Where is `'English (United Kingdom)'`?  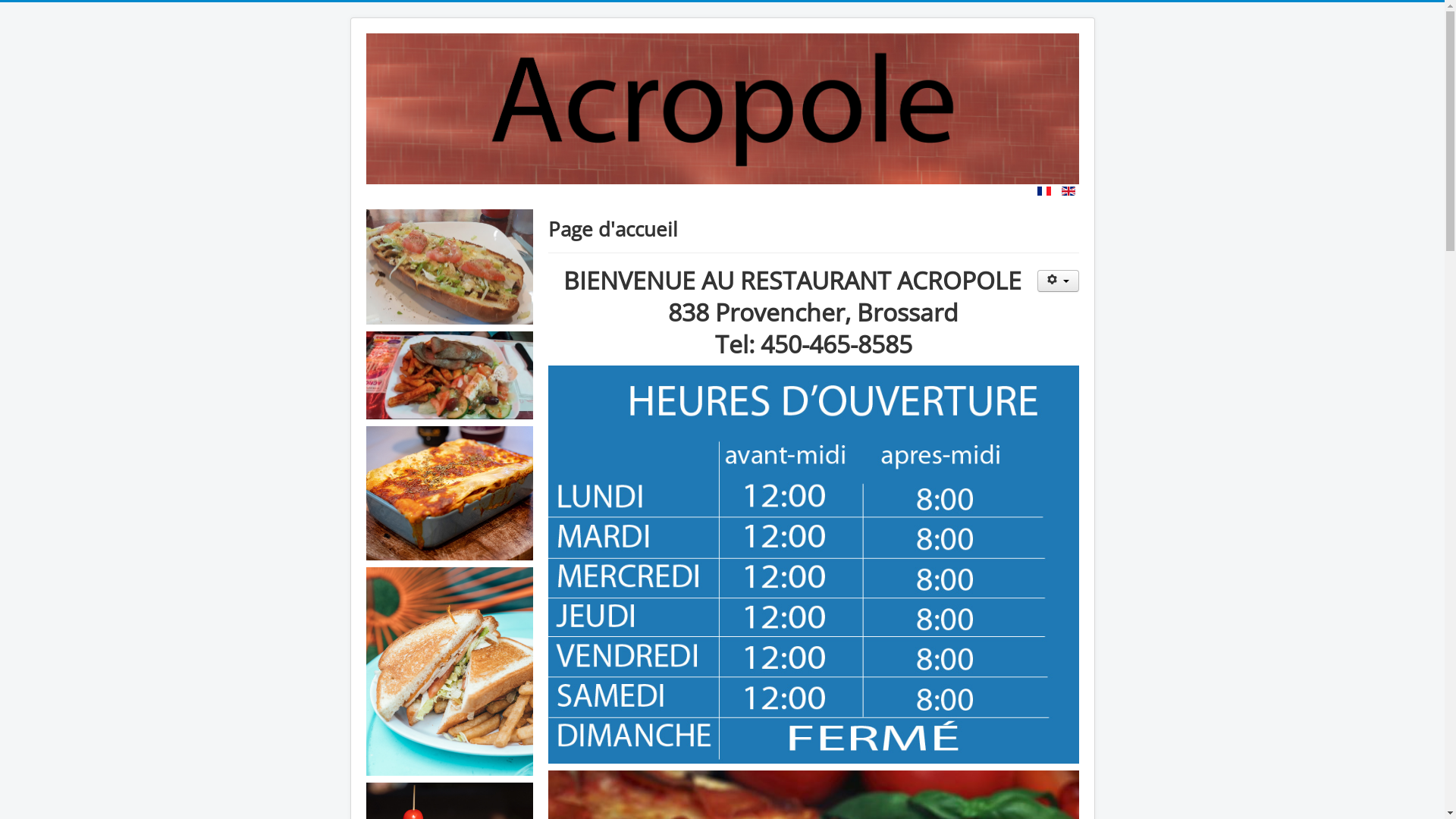 'English (United Kingdom)' is located at coordinates (1068, 190).